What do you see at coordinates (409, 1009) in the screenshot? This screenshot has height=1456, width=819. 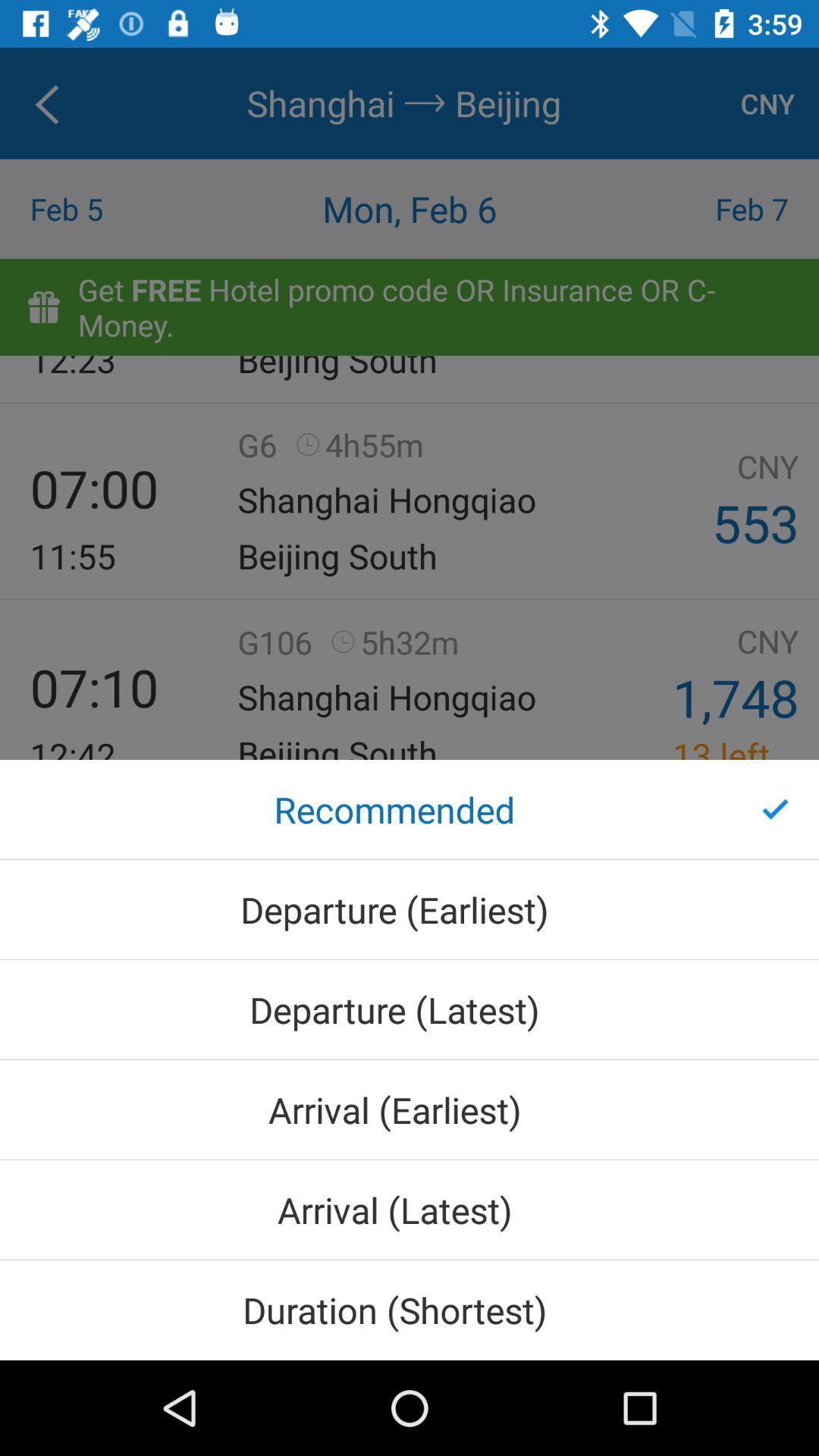 I see `departure (latest)` at bounding box center [409, 1009].